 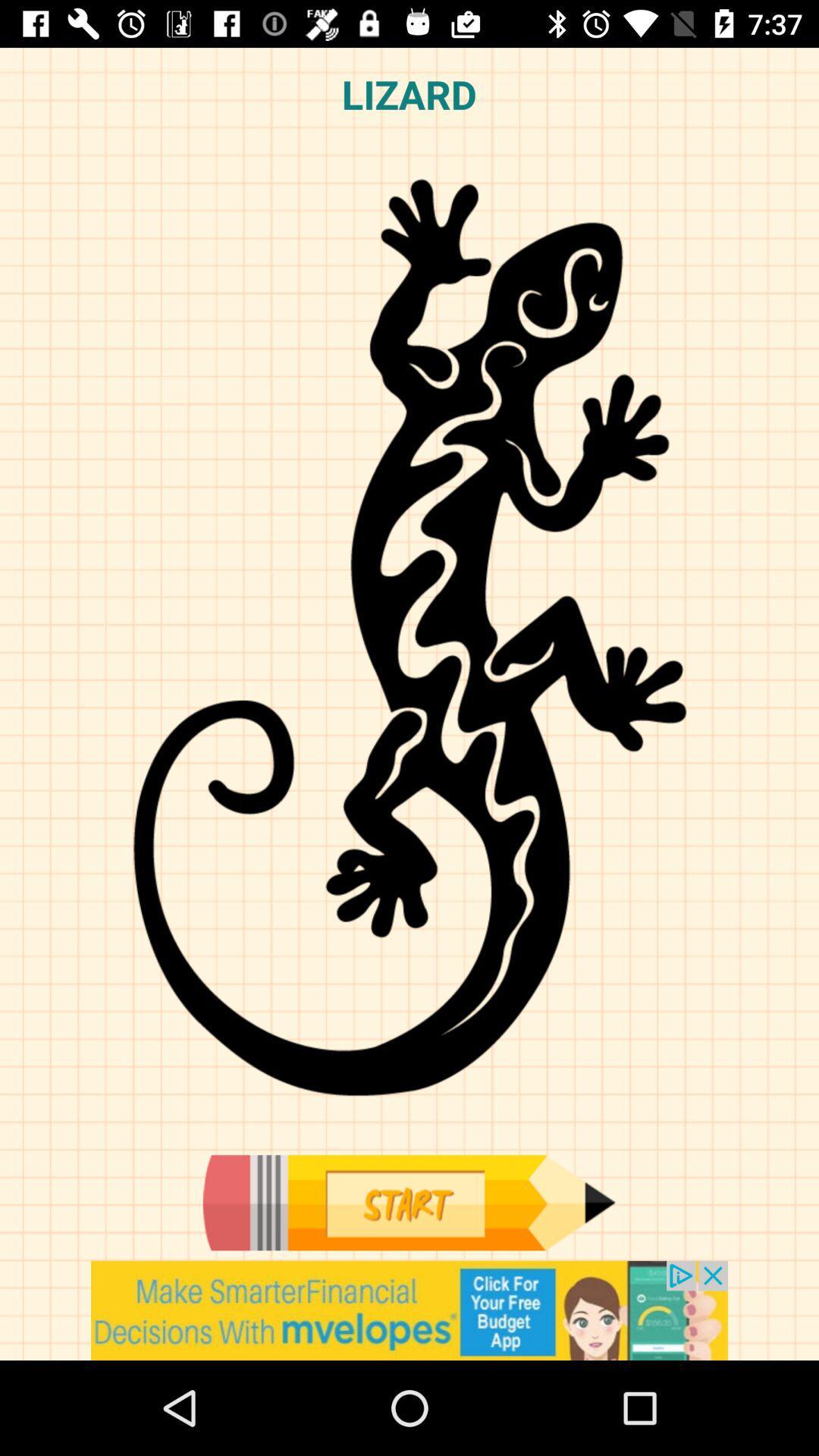 What do you see at coordinates (408, 1202) in the screenshot?
I see `start` at bounding box center [408, 1202].